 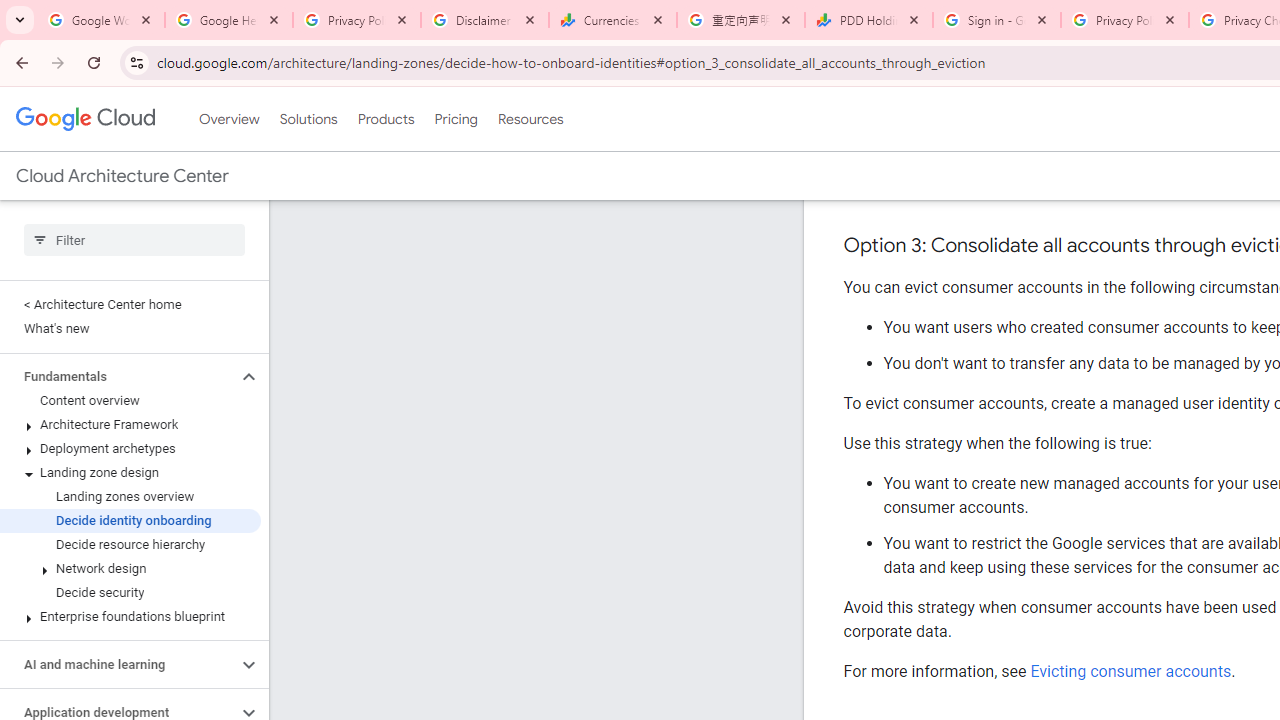 I want to click on 'Enterprise foundations blueprint', so click(x=129, y=616).